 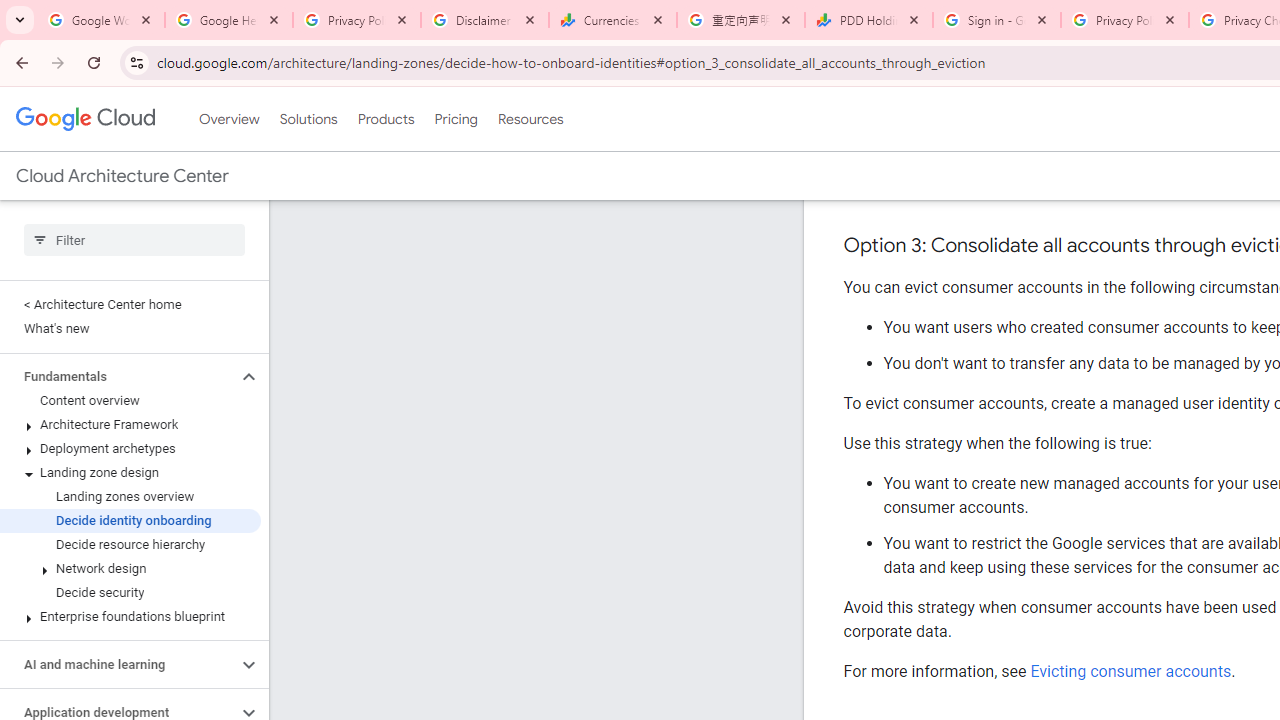 I want to click on 'Enterprise foundations blueprint', so click(x=129, y=616).